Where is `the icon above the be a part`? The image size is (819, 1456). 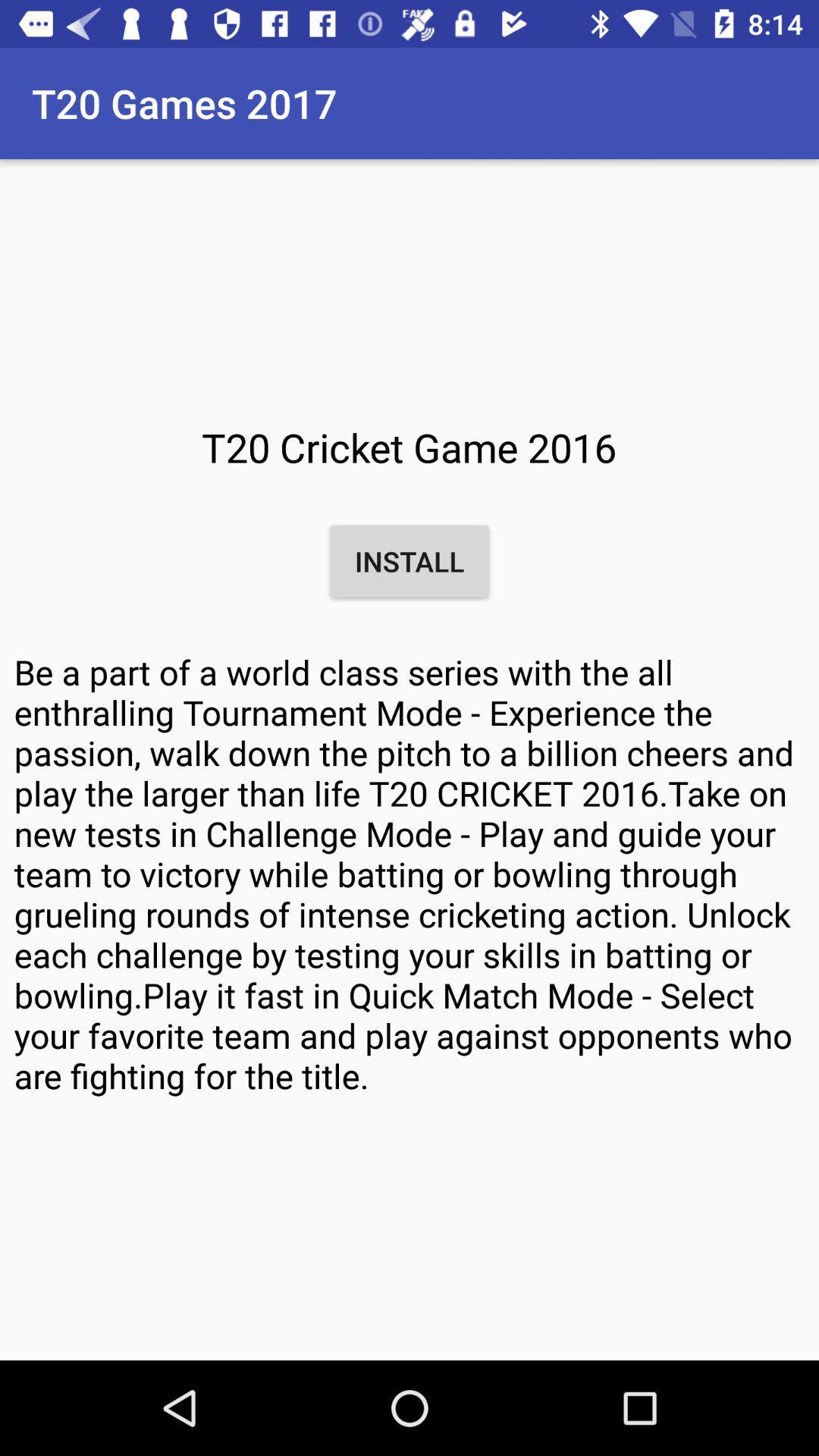 the icon above the be a part is located at coordinates (409, 560).